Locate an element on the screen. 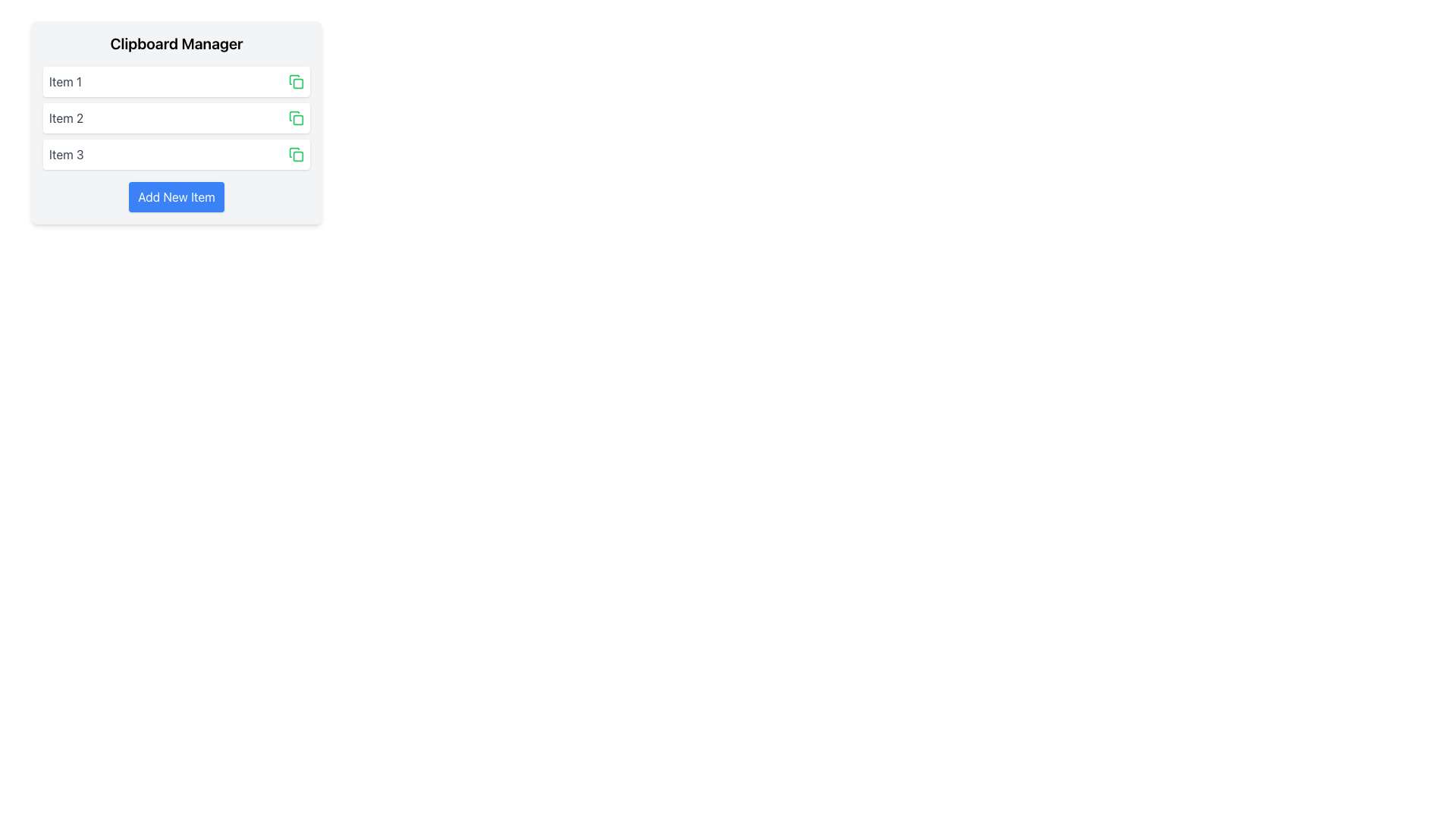 This screenshot has height=819, width=1456. the text label displaying 'Item 2' in dark grey font, which is positioned below 'Item 1' and above 'Item 3' is located at coordinates (65, 117).